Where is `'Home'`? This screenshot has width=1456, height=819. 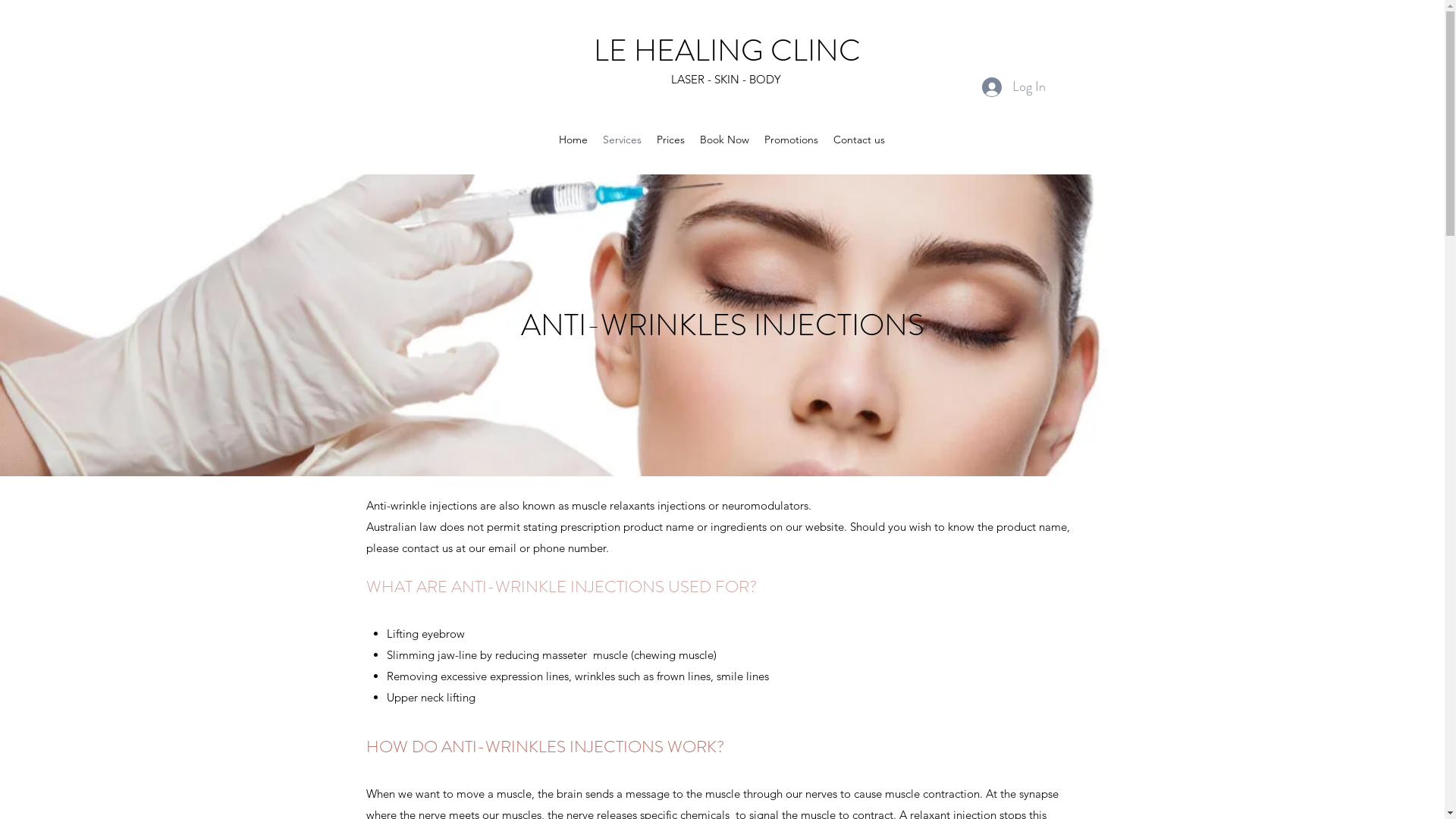
'Home' is located at coordinates (550, 140).